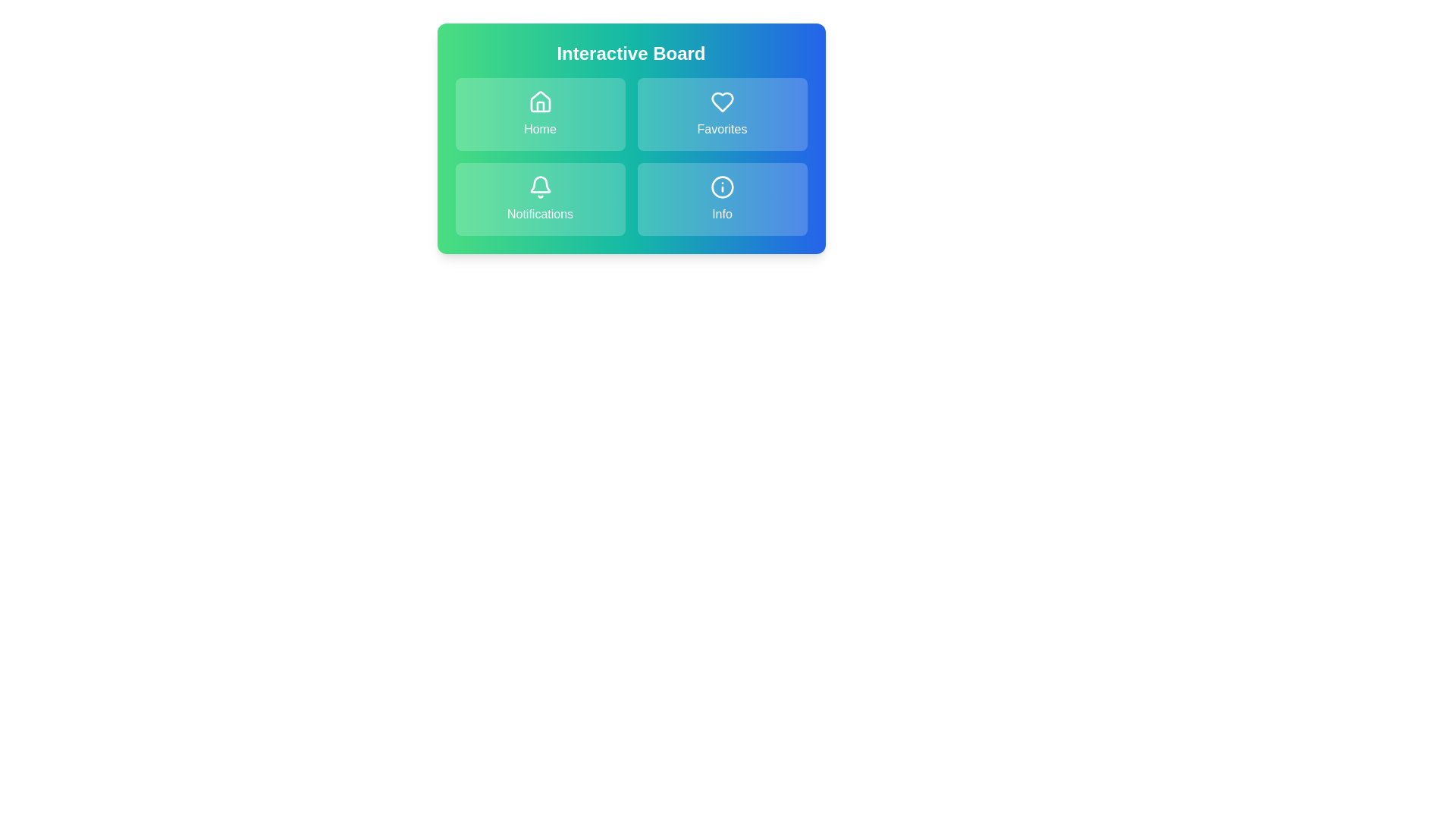  I want to click on the 'Favorites' button, so click(721, 85).